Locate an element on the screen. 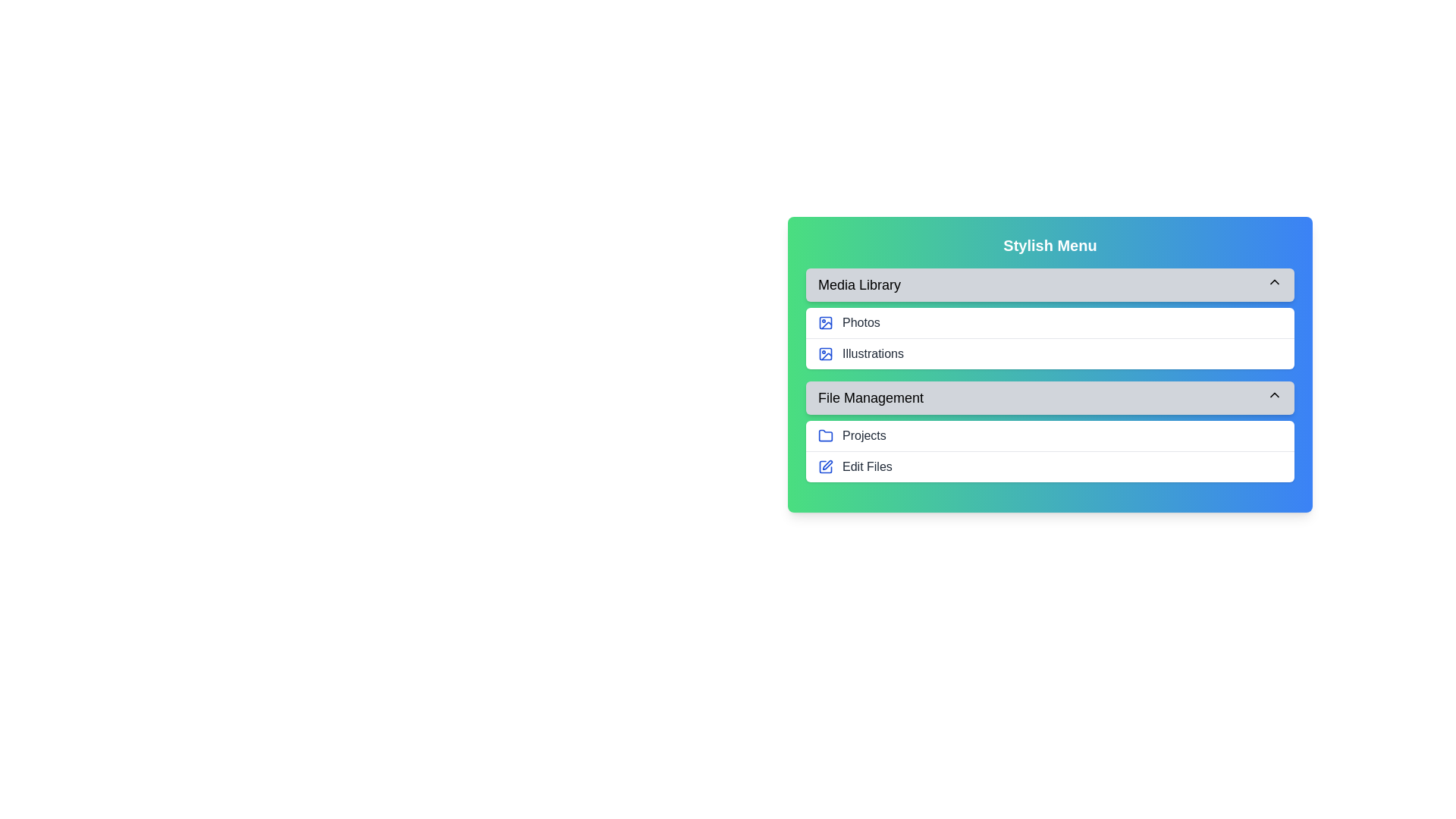  the 'Illustrations' text label in the second selectable row under the 'Media Library' section is located at coordinates (873, 353).